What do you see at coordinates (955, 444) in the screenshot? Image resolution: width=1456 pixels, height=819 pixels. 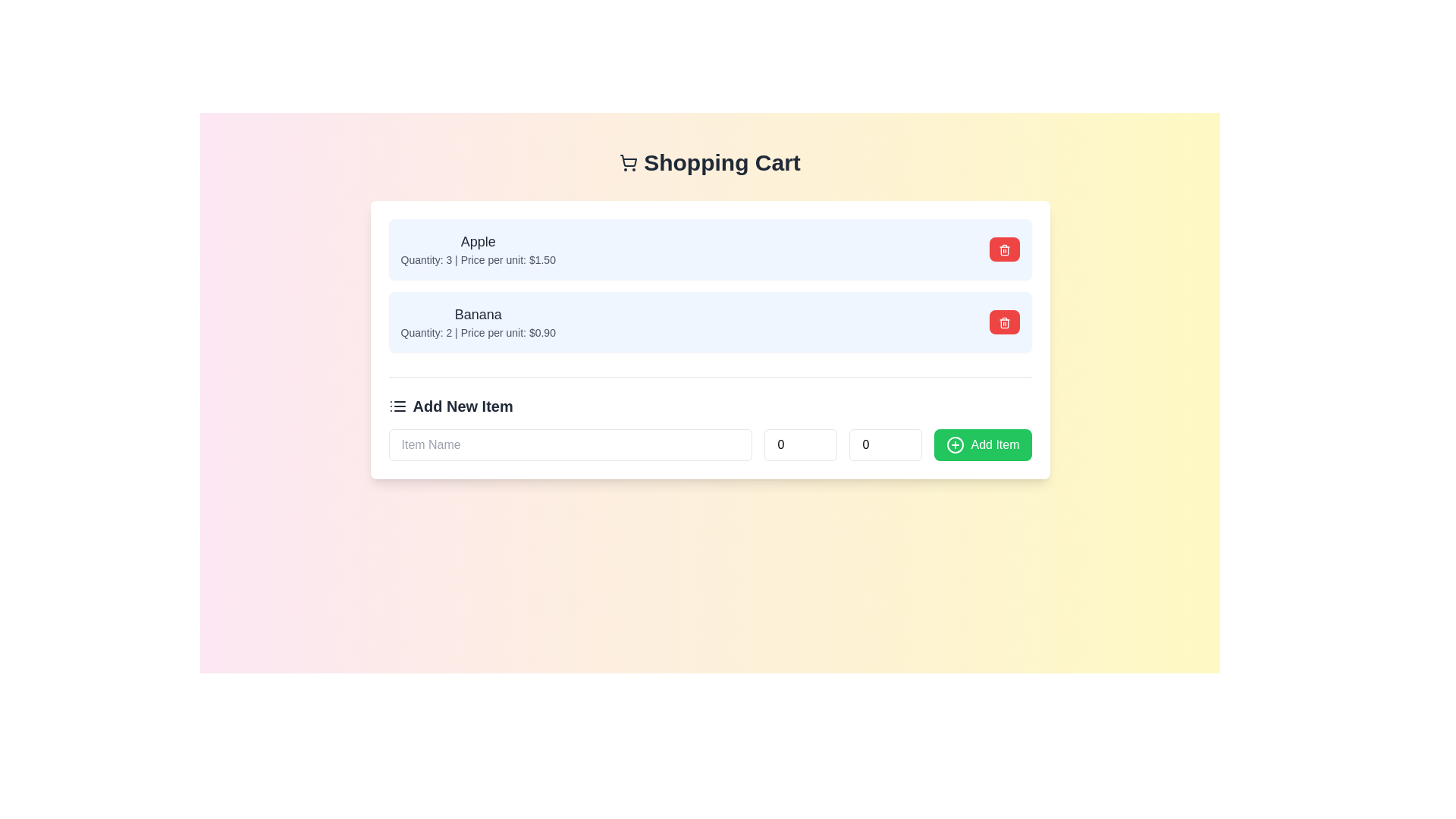 I see `the circular part of the 'Add Item' button` at bounding box center [955, 444].